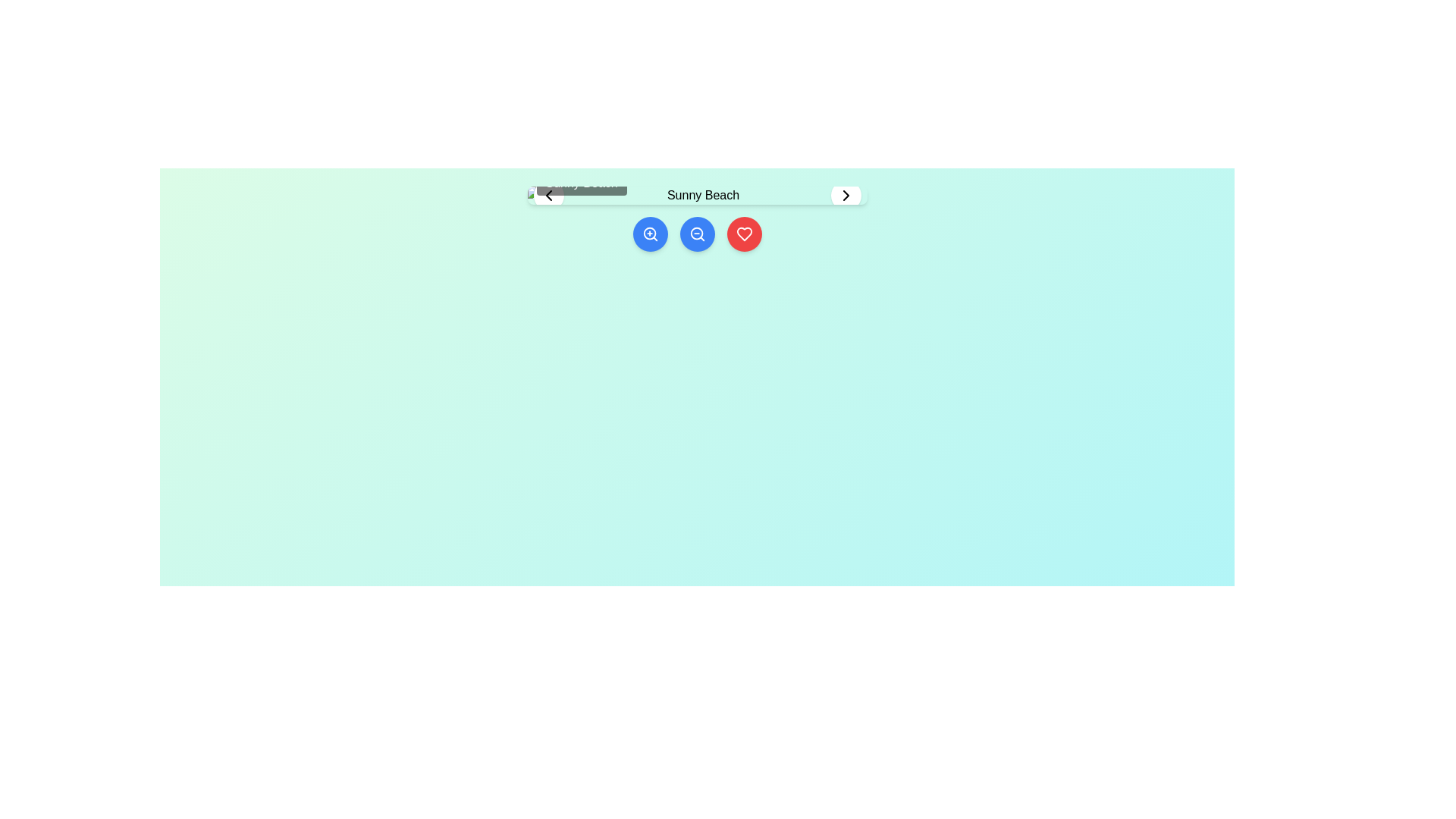  What do you see at coordinates (744, 234) in the screenshot?
I see `the circular red button with a white heart icon` at bounding box center [744, 234].